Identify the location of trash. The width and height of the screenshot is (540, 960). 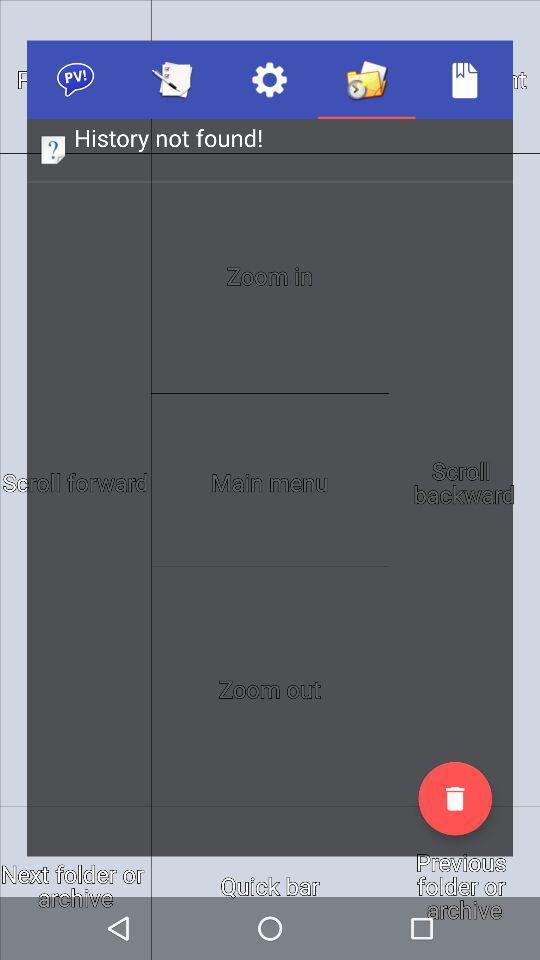
(455, 798).